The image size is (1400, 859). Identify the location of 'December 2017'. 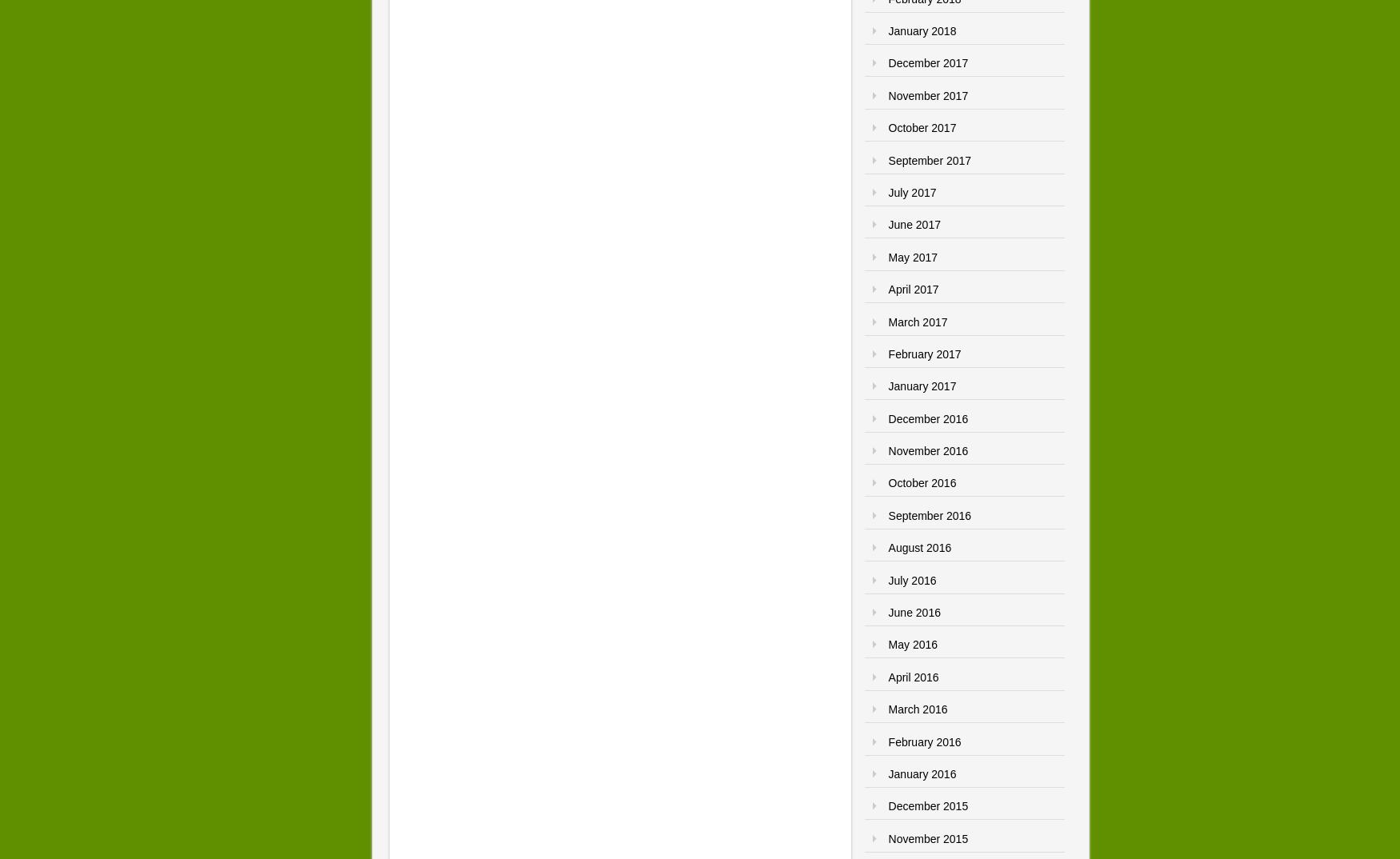
(927, 63).